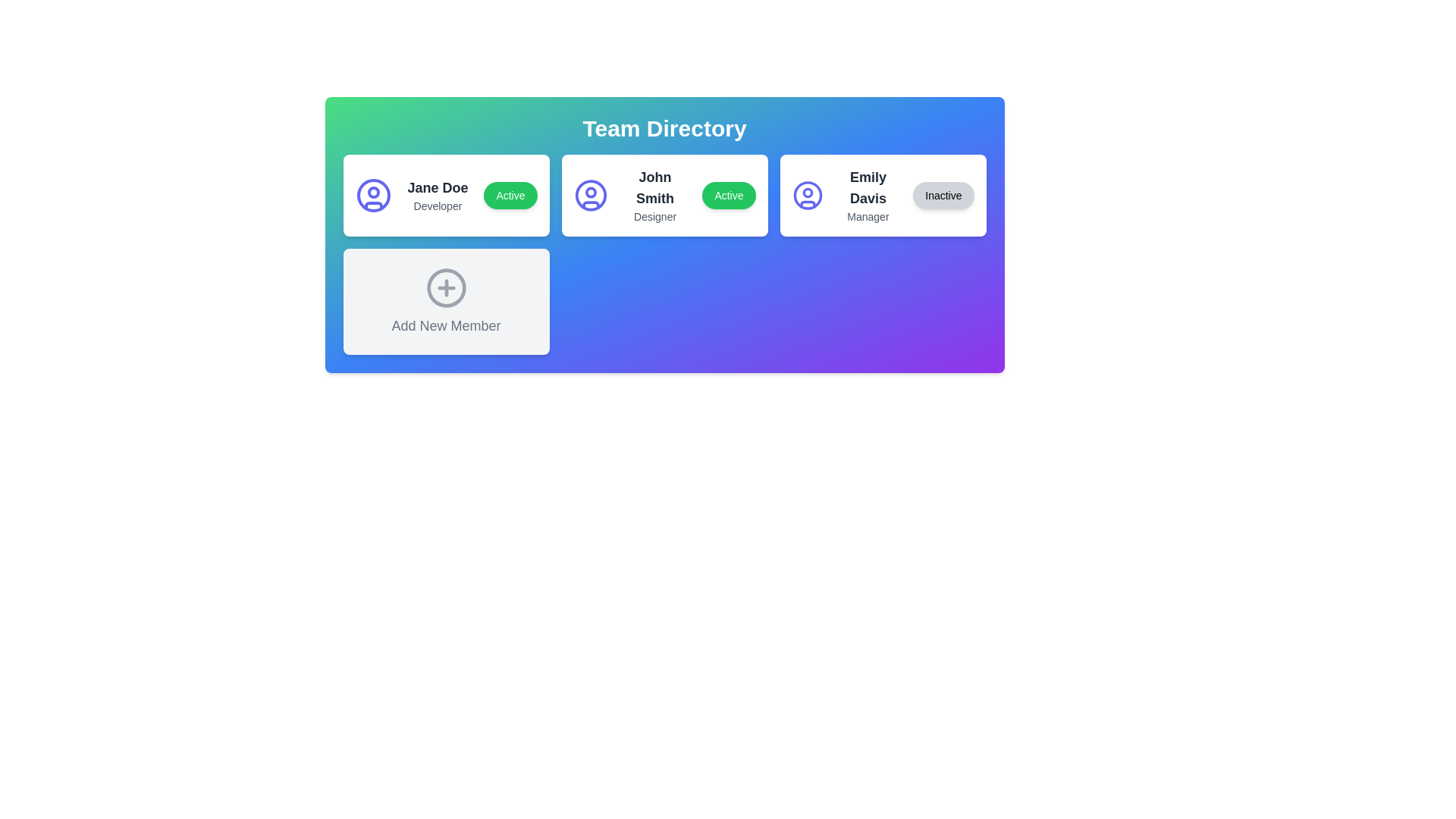 This screenshot has height=819, width=1456. Describe the element at coordinates (445, 288) in the screenshot. I see `the plus icon button located at the bottom-left of the 'Team Directory' interface` at that location.